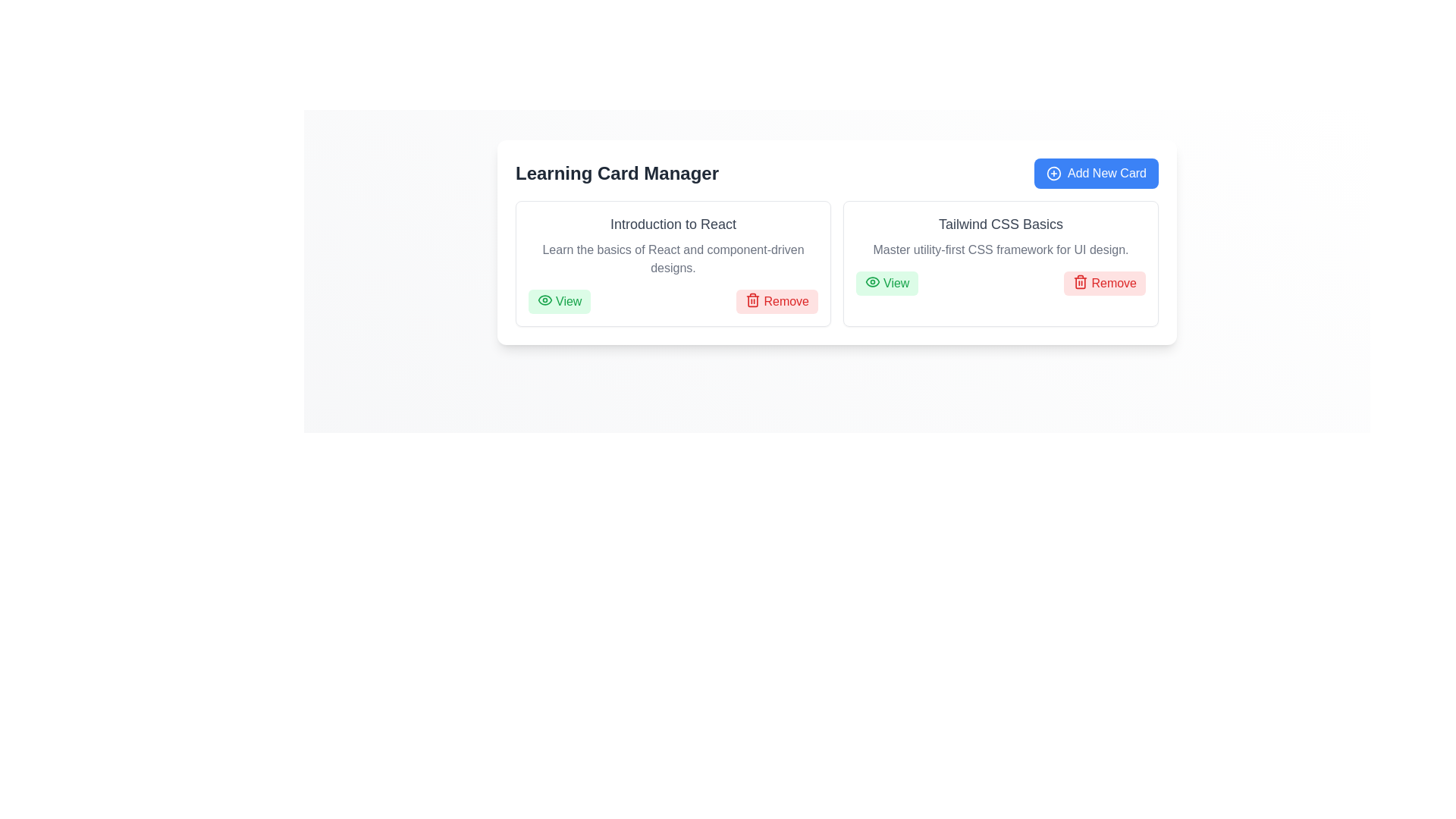  What do you see at coordinates (753, 300) in the screenshot?
I see `the Trash bin icon located within the 'Remove' button on the top card of the grid, which is positioned to the right of the 'View' button` at bounding box center [753, 300].